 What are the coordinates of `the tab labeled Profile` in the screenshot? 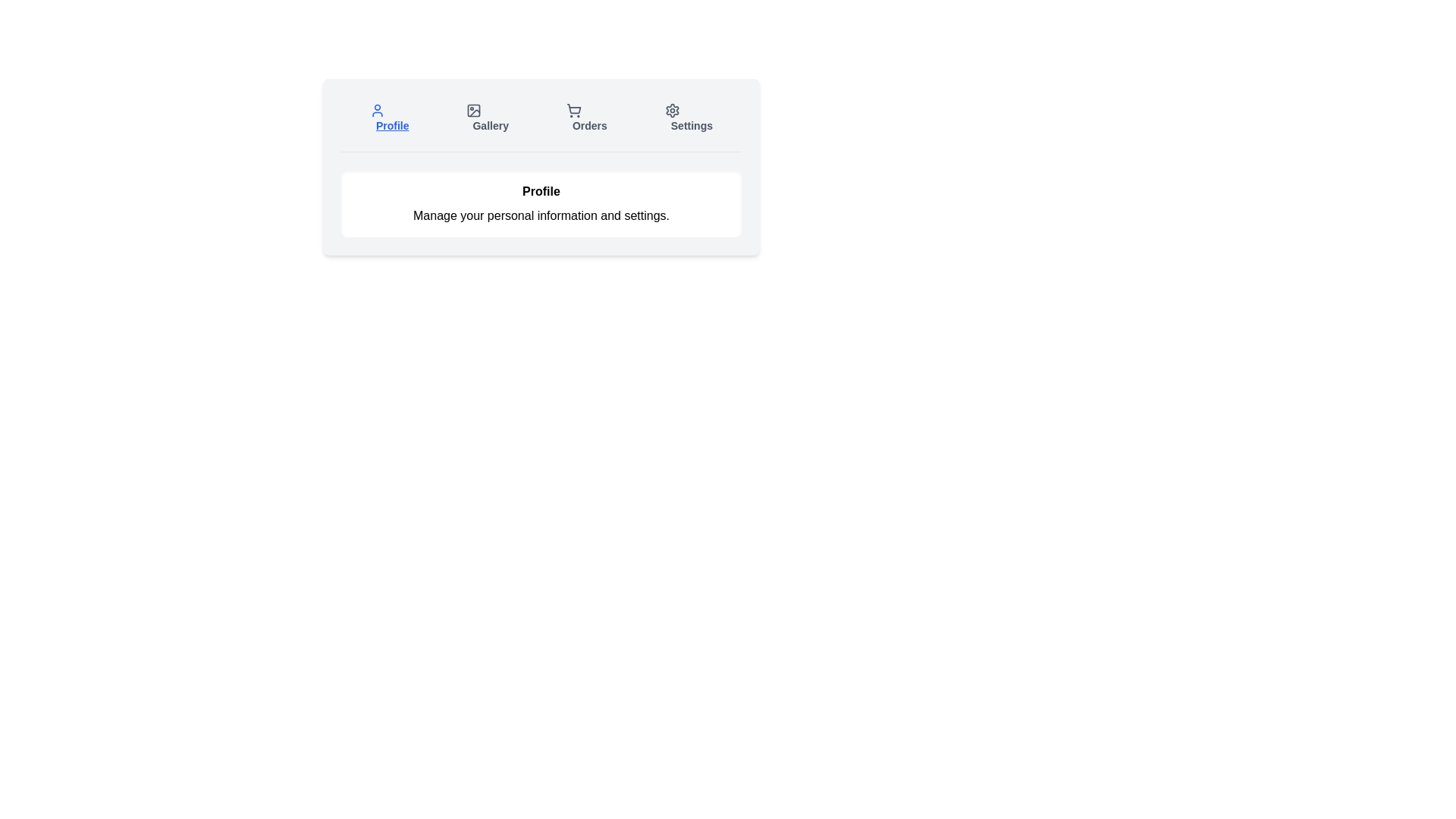 It's located at (389, 117).